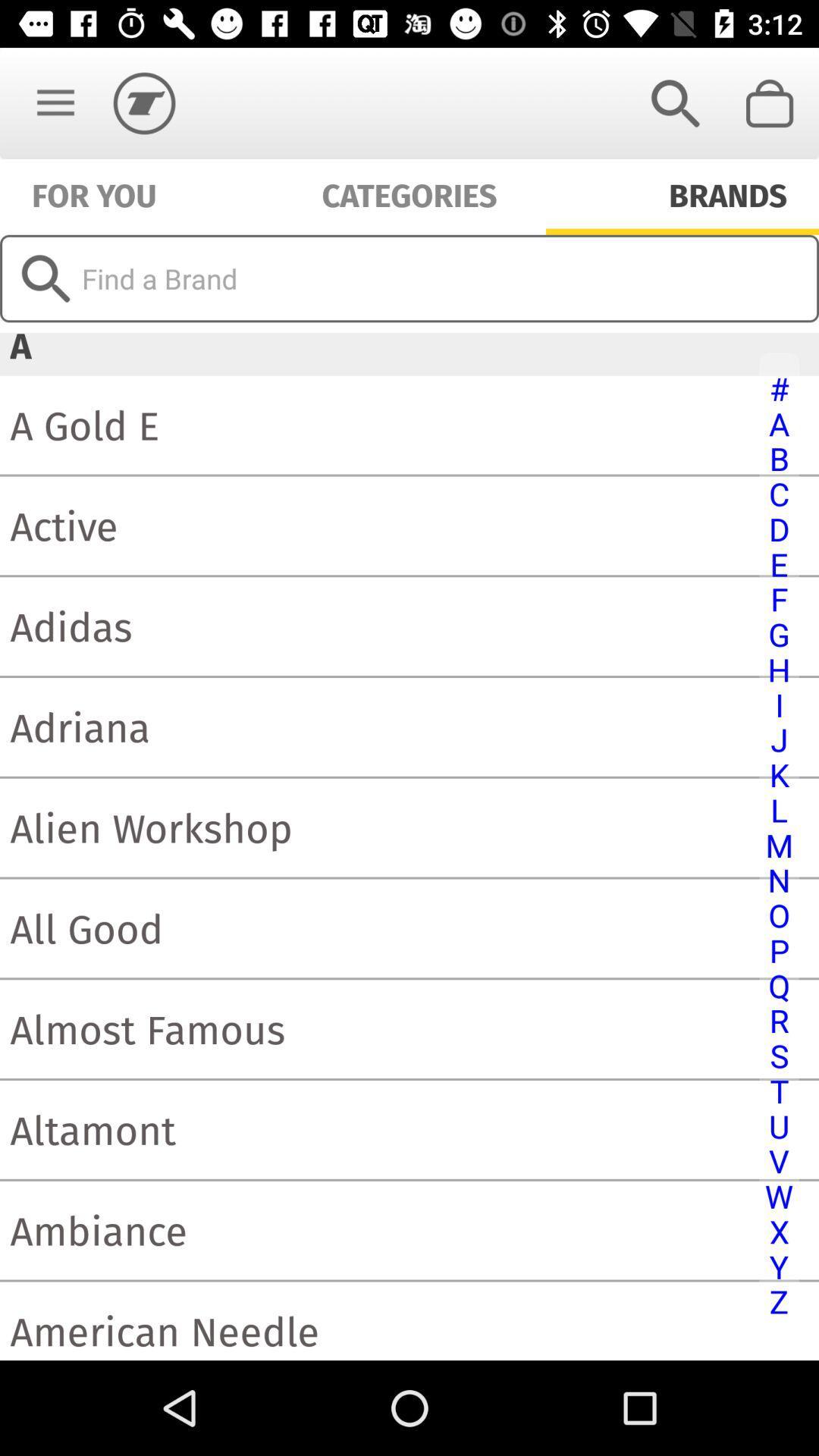  What do you see at coordinates (771, 102) in the screenshot?
I see `item above the brands icon` at bounding box center [771, 102].